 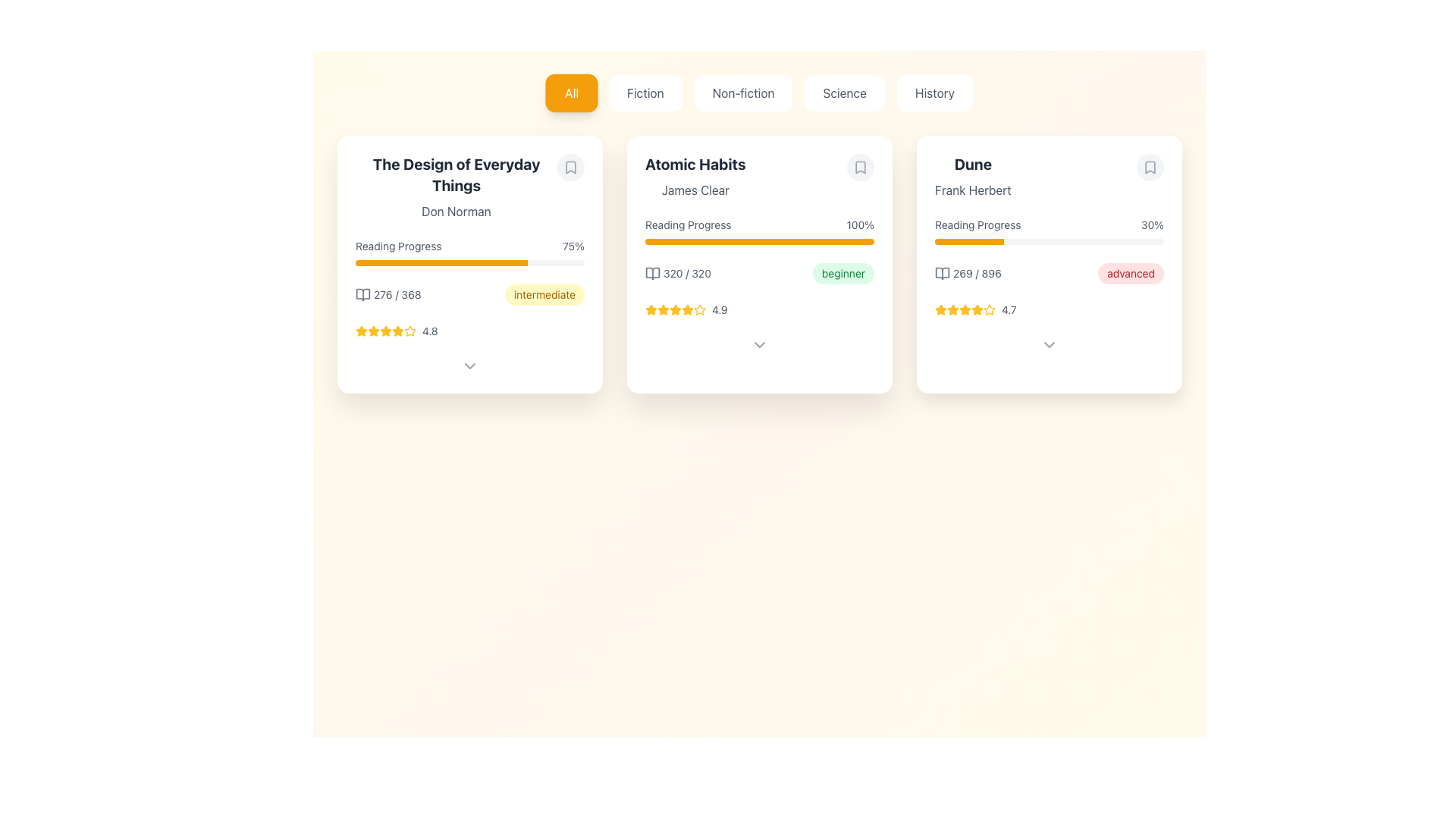 I want to click on the progress visually on the progress bar labeled 'Reading Progress' showing '30%' located in the 'Dune' card under the author 'Frank Herbert', so click(x=1048, y=231).